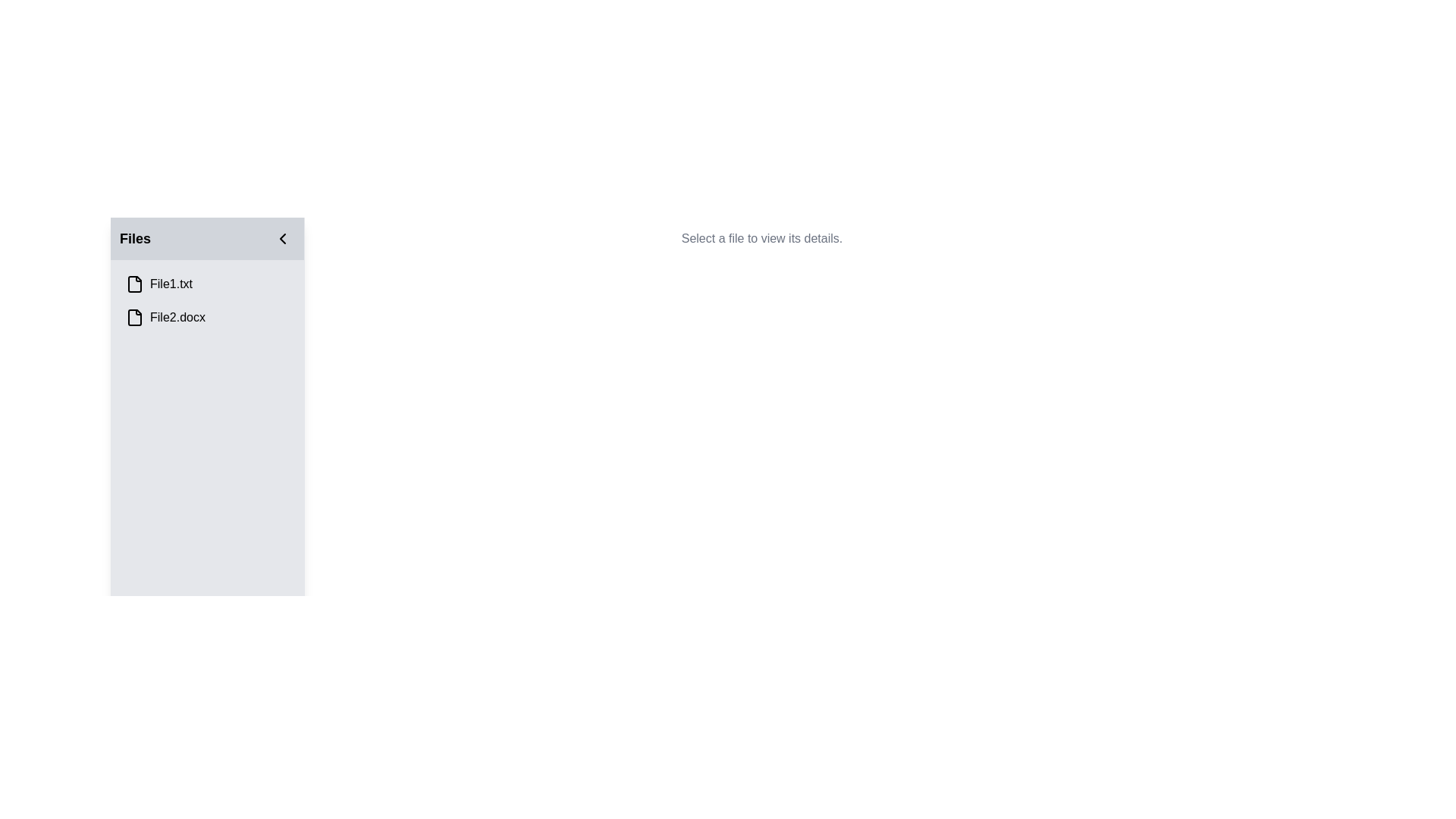 Image resolution: width=1456 pixels, height=819 pixels. What do you see at coordinates (134, 284) in the screenshot?
I see `the file icon representing 'File1.txt', which is styled as a simplified document symbol with a folded corner, located in the left navigation pane` at bounding box center [134, 284].